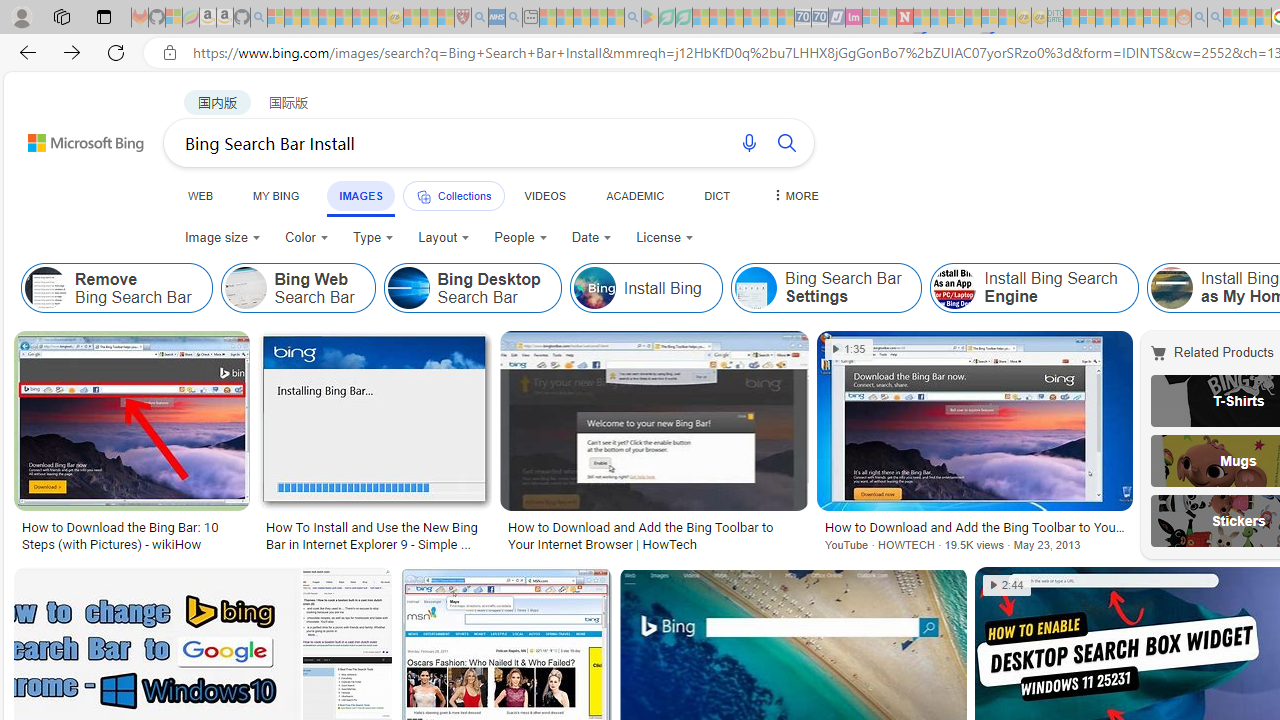 The height and width of the screenshot is (720, 1280). What do you see at coordinates (297, 288) in the screenshot?
I see `'Bing Web Search Bar'` at bounding box center [297, 288].